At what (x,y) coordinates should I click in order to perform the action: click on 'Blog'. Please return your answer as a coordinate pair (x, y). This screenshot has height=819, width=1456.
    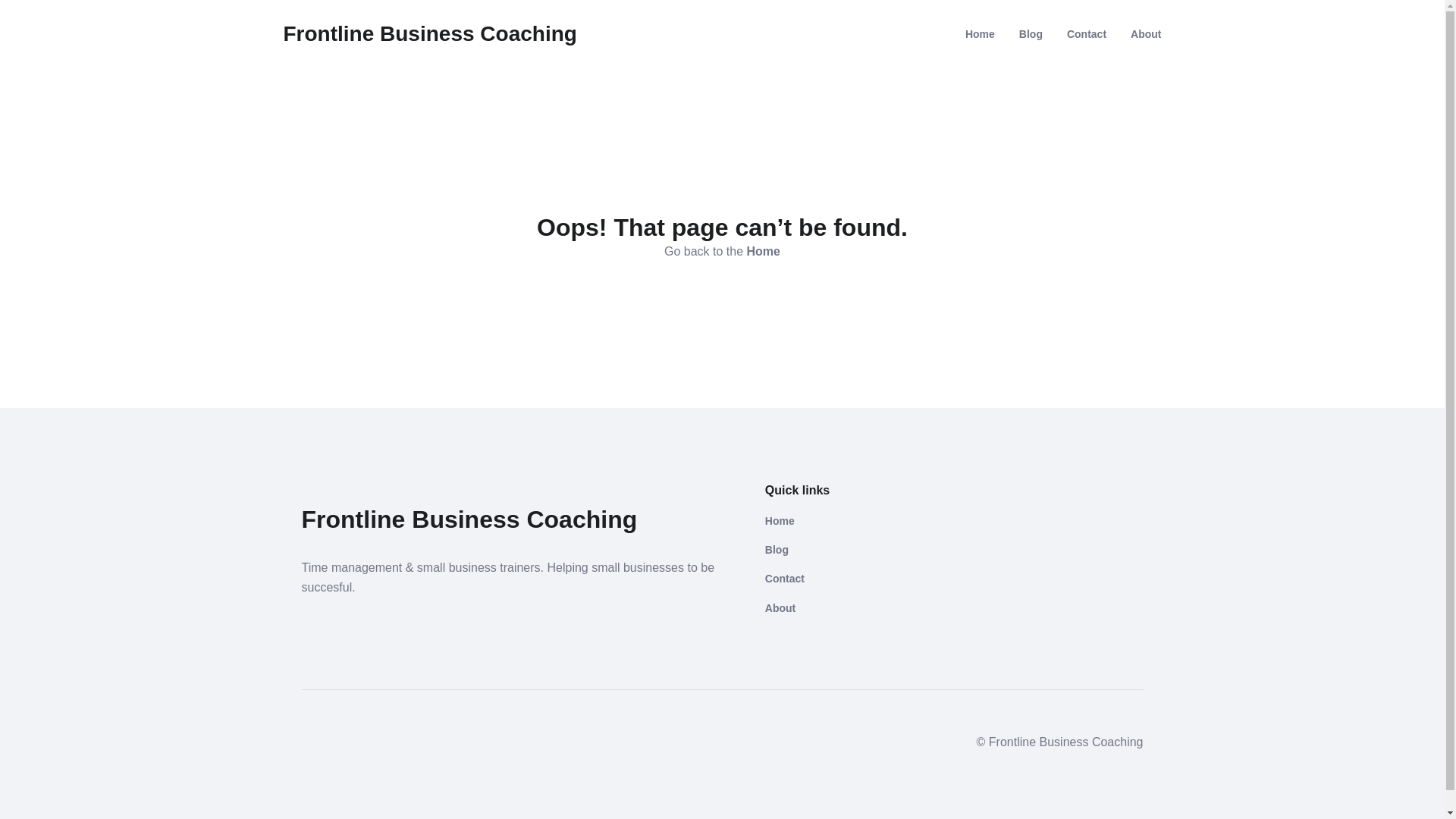
    Looking at the image, I should click on (850, 550).